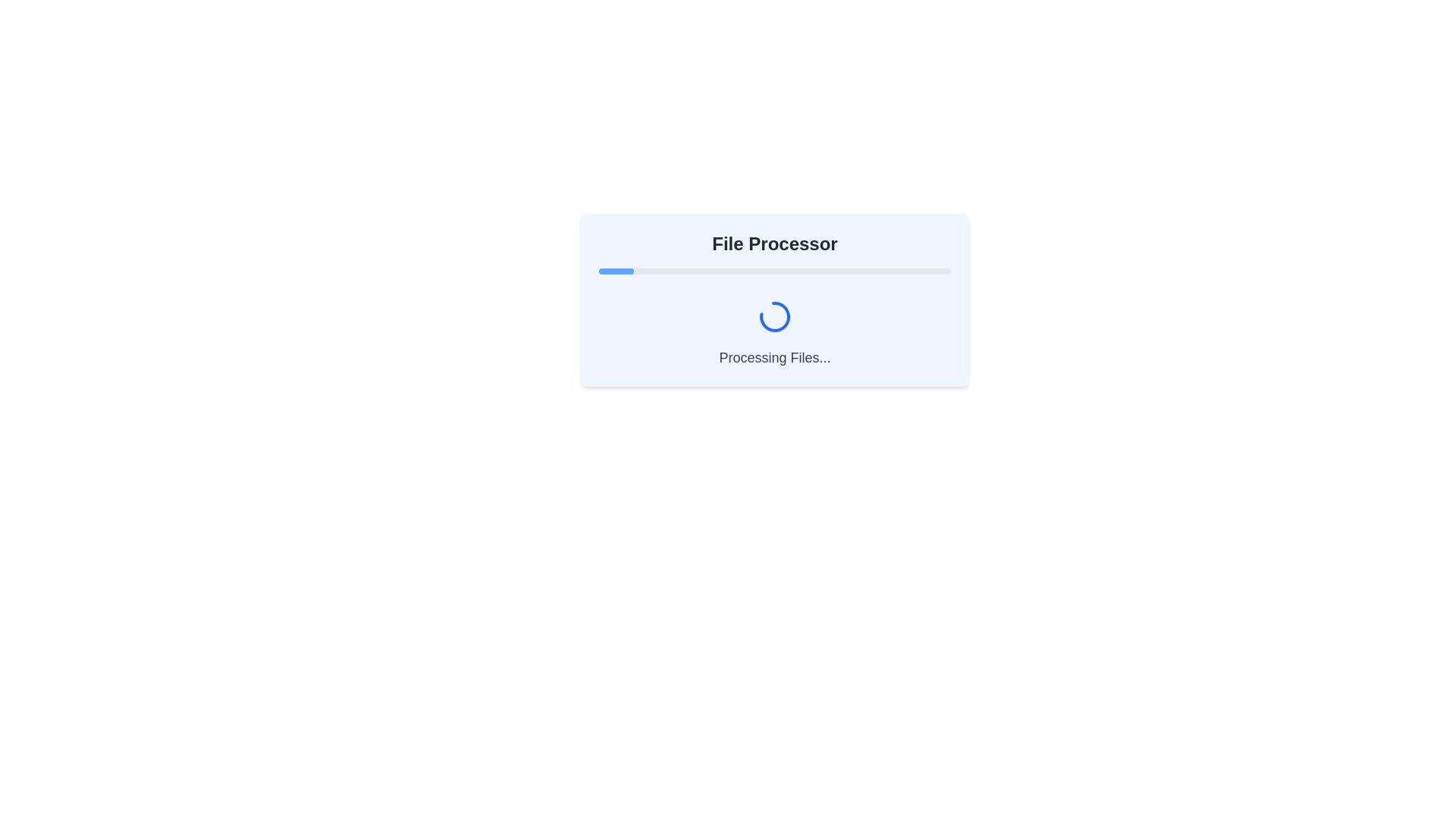 The width and height of the screenshot is (1456, 819). What do you see at coordinates (775, 357) in the screenshot?
I see `the text label displaying 'Processing Files...' which has a gray font color and is centrally aligned, located below the spinning circular loader graphic` at bounding box center [775, 357].